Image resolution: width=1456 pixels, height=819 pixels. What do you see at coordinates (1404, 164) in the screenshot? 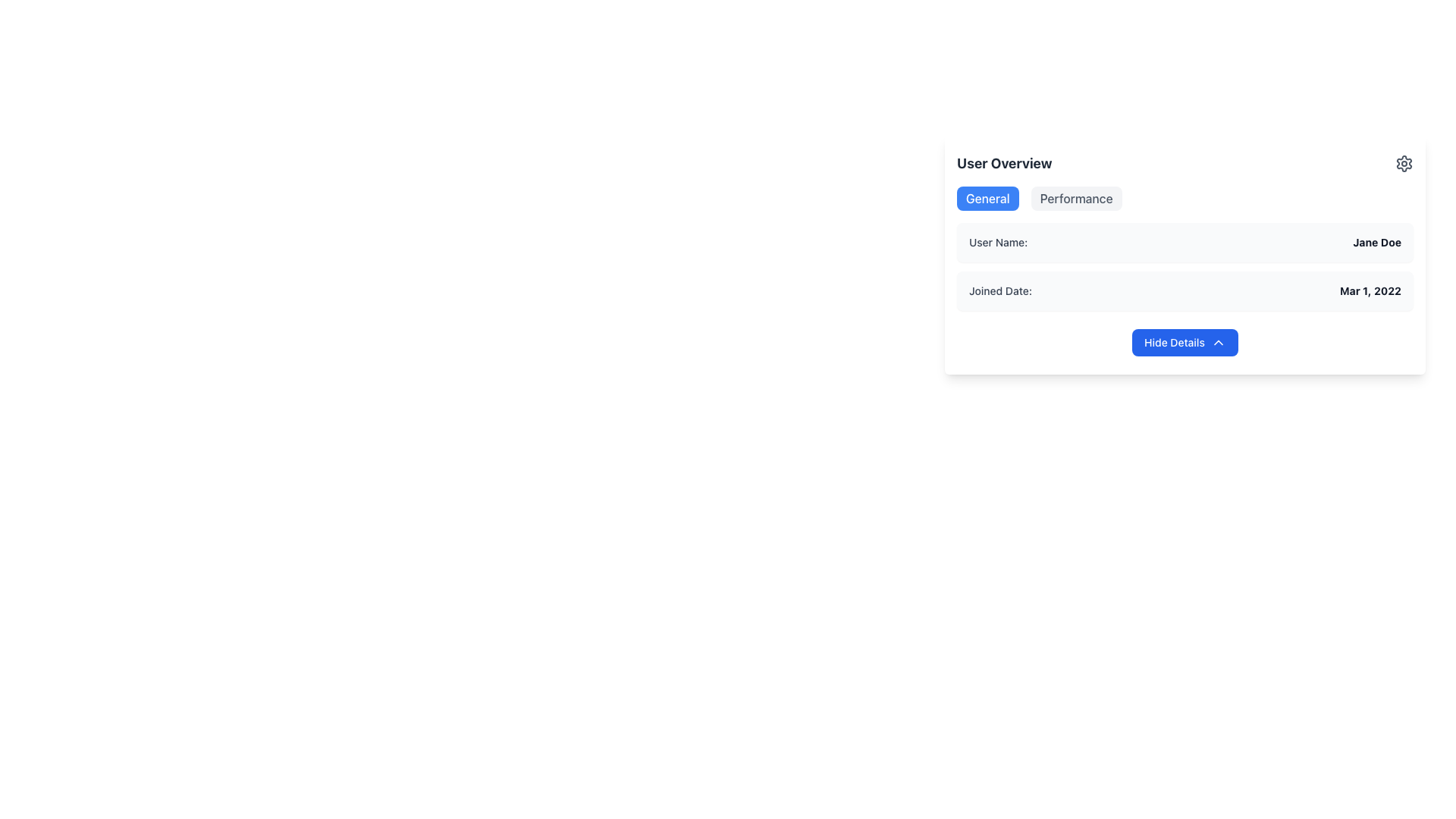
I see `the settings icon located at the far right side of the 'User Overview' panel, next to the title 'User Overview'` at bounding box center [1404, 164].